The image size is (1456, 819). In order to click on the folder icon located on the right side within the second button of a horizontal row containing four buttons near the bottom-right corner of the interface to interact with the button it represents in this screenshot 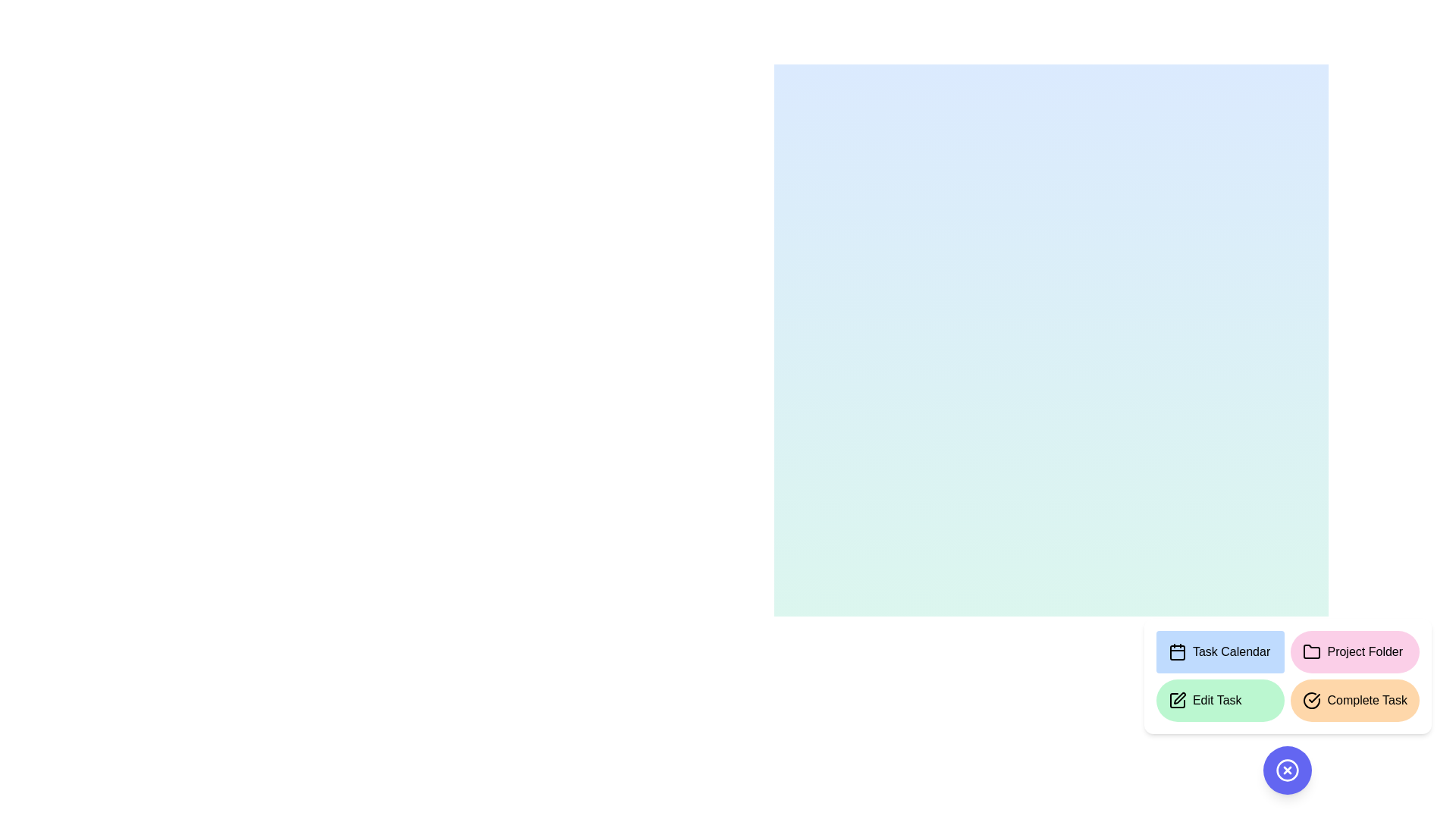, I will do `click(1310, 651)`.